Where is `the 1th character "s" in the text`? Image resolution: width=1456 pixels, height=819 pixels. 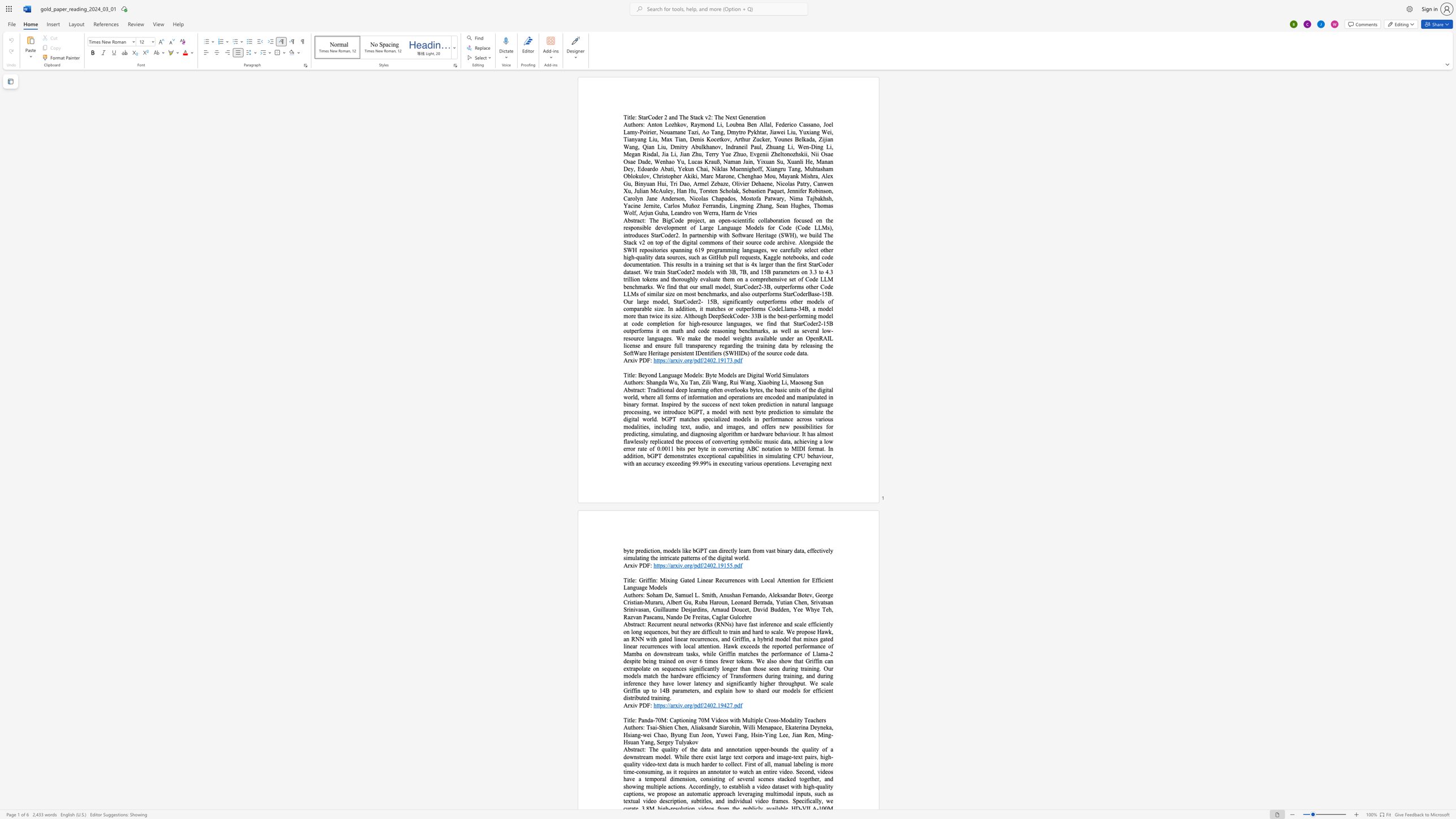 the 1th character "s" in the text is located at coordinates (632, 623).